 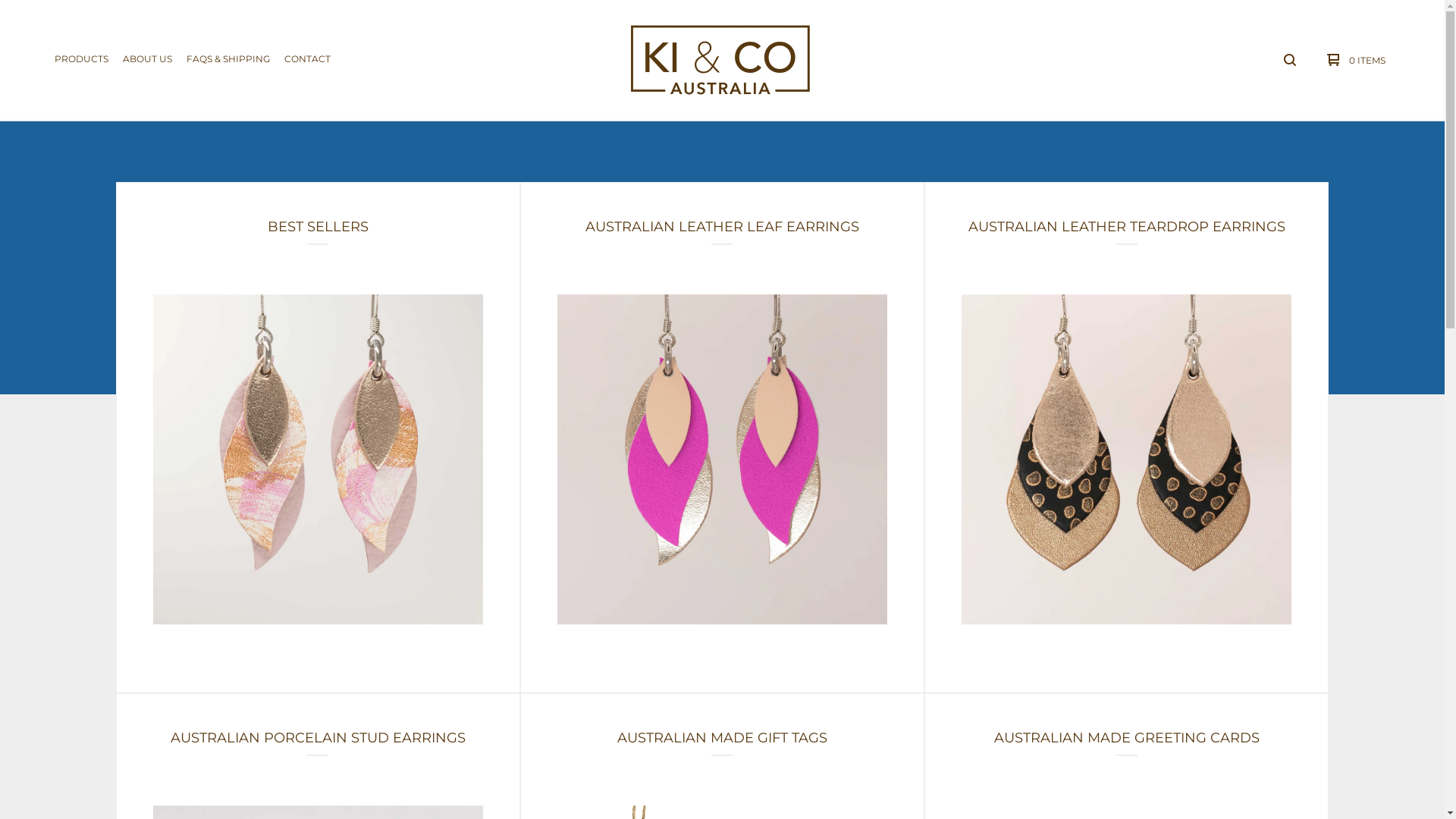 What do you see at coordinates (1126, 438) in the screenshot?
I see `'AUSTRALIAN LEATHER TEARDROP EARRINGS'` at bounding box center [1126, 438].